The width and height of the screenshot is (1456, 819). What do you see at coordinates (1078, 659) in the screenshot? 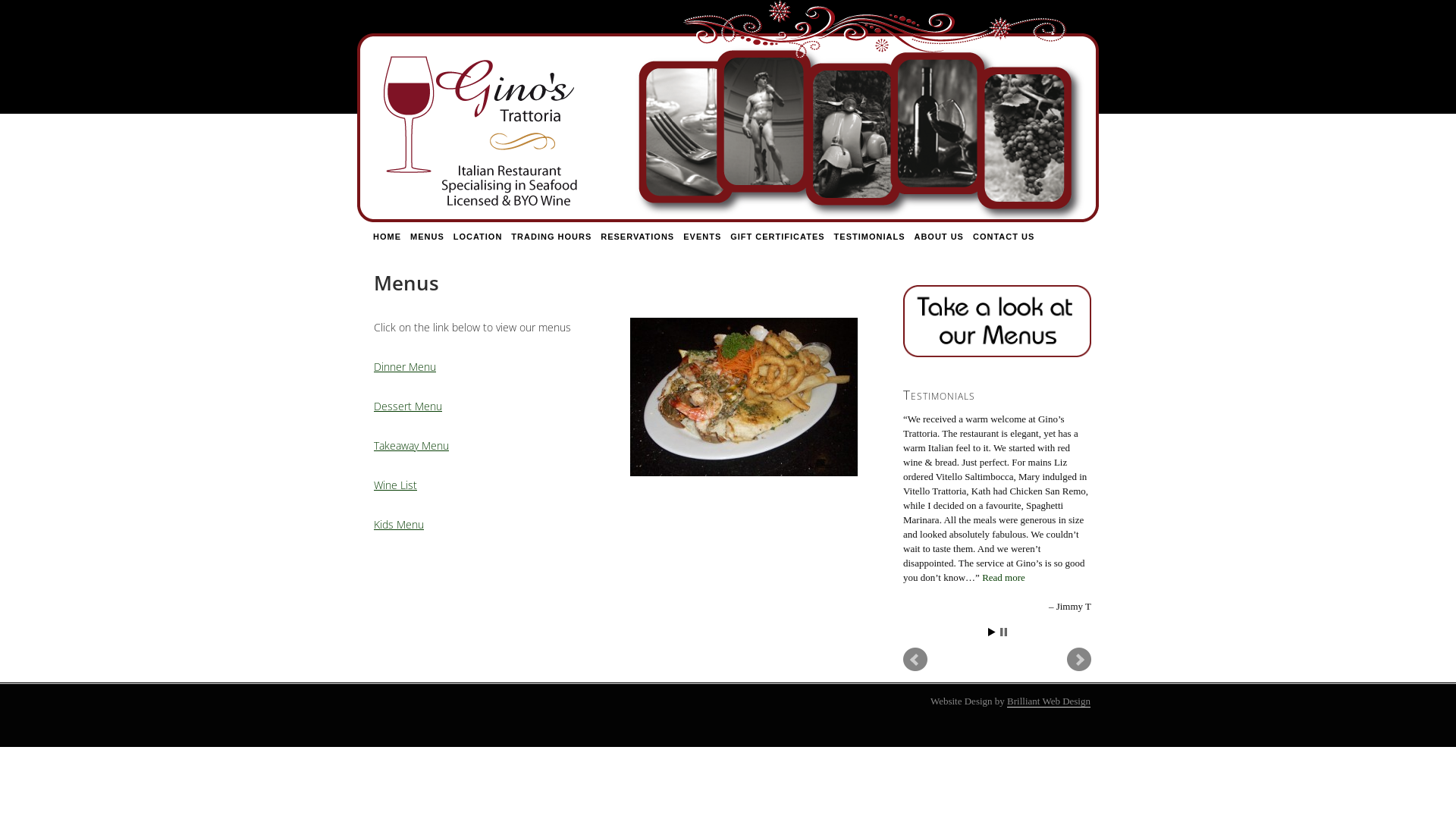
I see `'Next'` at bounding box center [1078, 659].